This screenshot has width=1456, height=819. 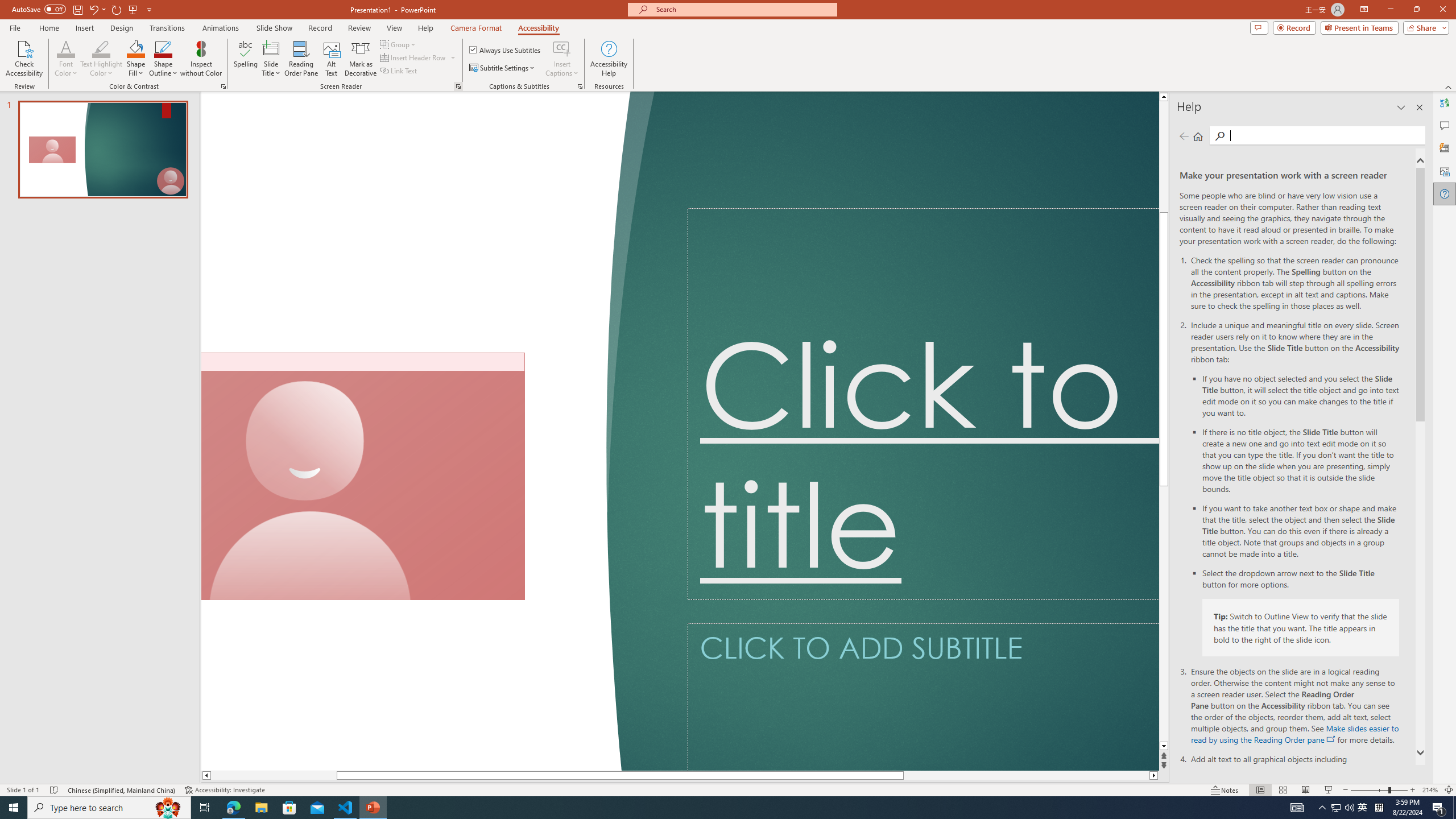 I want to click on 'Camera 7, No camera detected.', so click(x=362, y=477).